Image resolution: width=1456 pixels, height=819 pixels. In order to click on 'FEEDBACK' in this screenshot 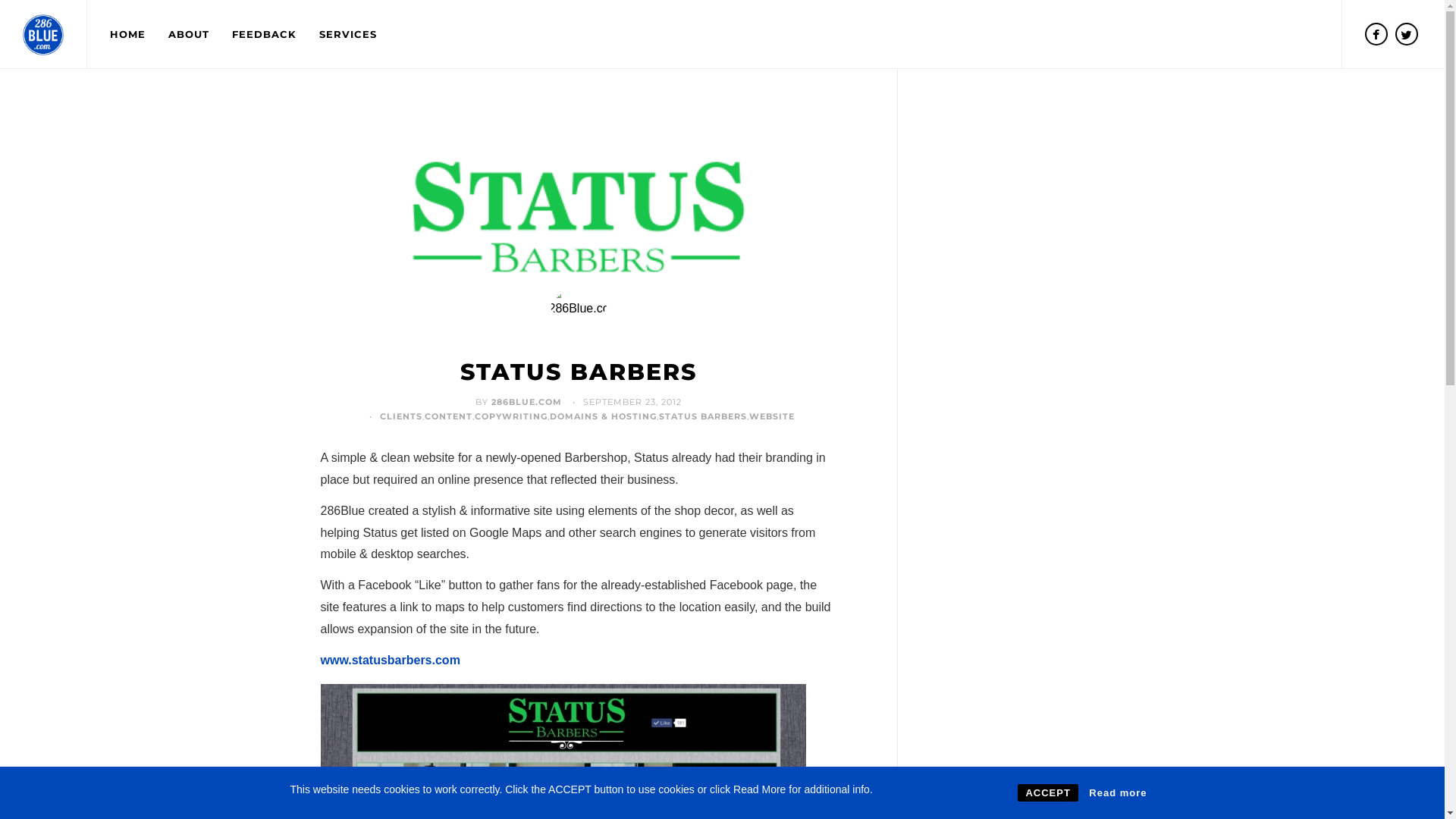, I will do `click(220, 34)`.